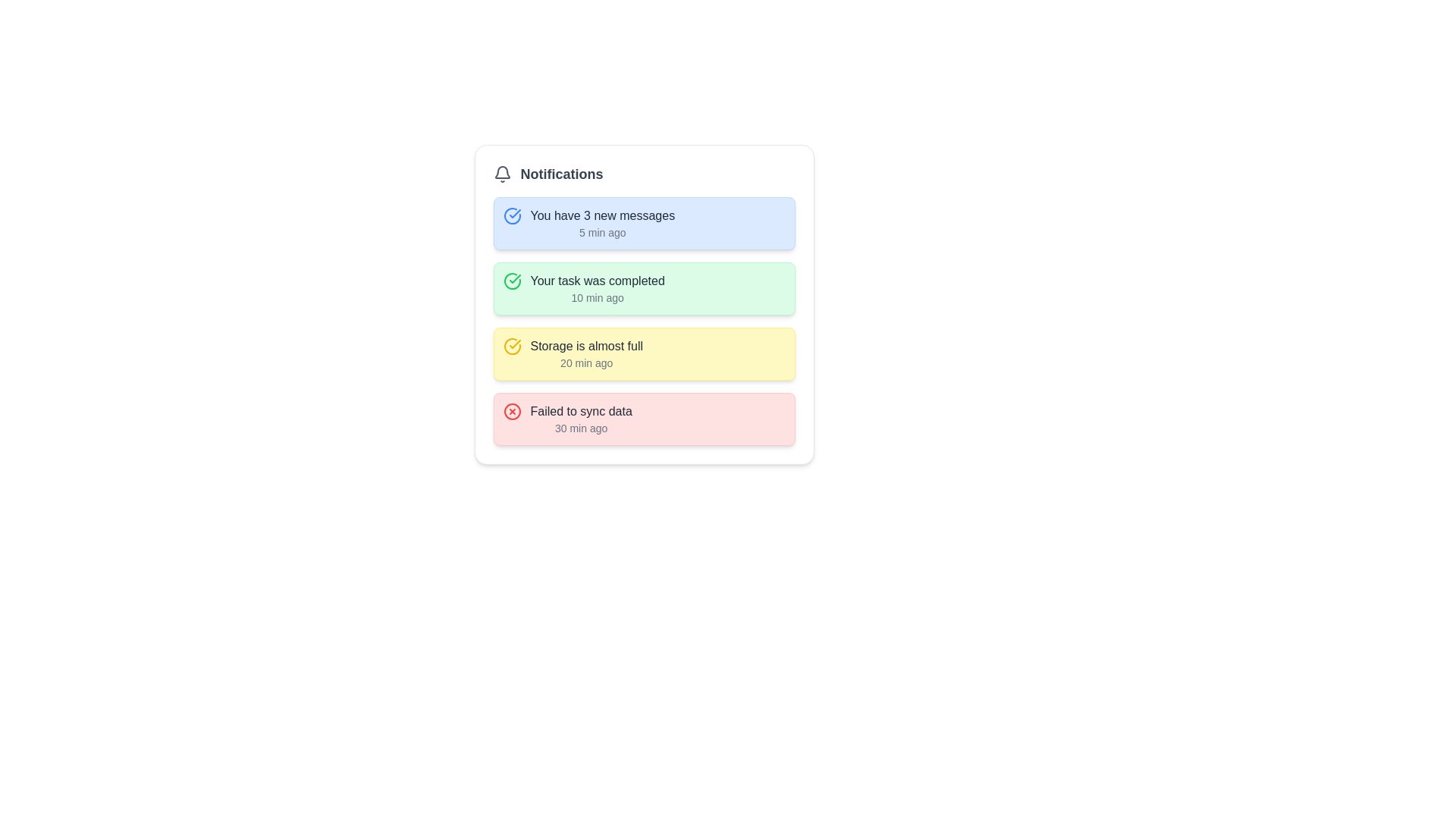 This screenshot has height=819, width=1456. I want to click on timestamp displayed as '30 min ago' located in the bottom-right corner of the notification card under the 'Failed to sync data' message, so click(580, 428).